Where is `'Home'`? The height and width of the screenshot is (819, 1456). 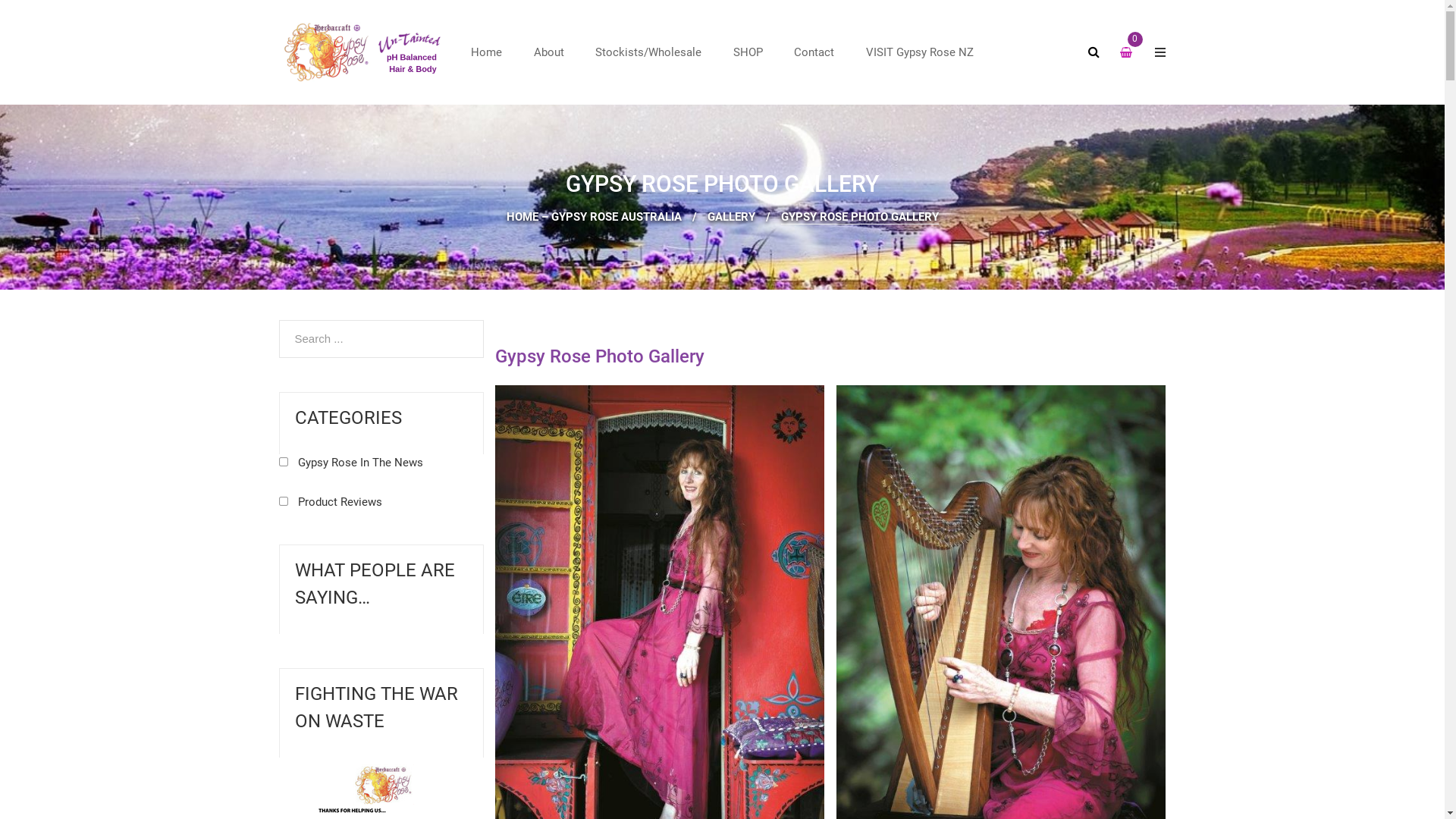 'Home' is located at coordinates (486, 52).